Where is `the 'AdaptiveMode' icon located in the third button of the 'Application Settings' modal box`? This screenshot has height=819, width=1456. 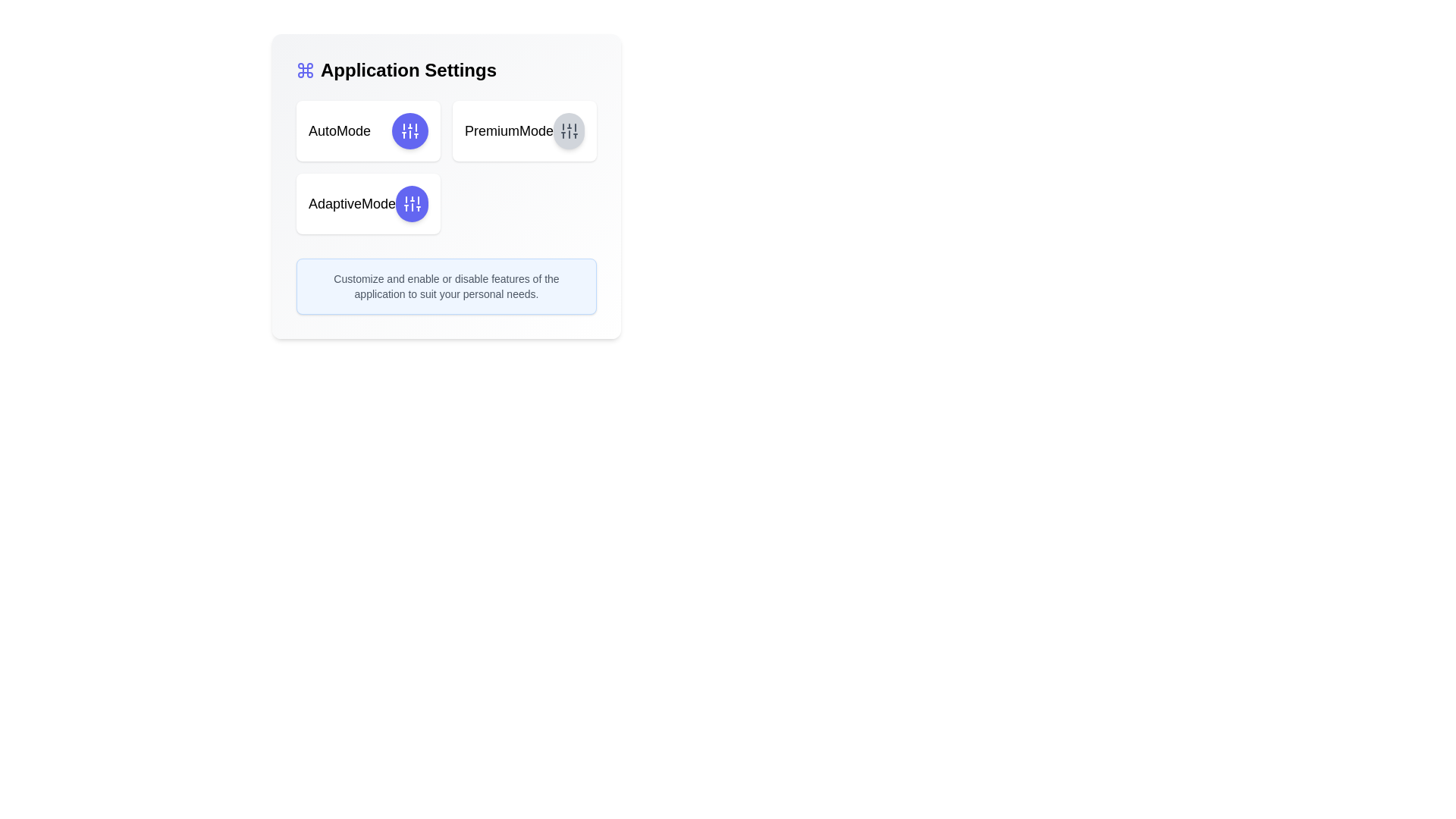
the 'AdaptiveMode' icon located in the third button of the 'Application Settings' modal box is located at coordinates (412, 203).